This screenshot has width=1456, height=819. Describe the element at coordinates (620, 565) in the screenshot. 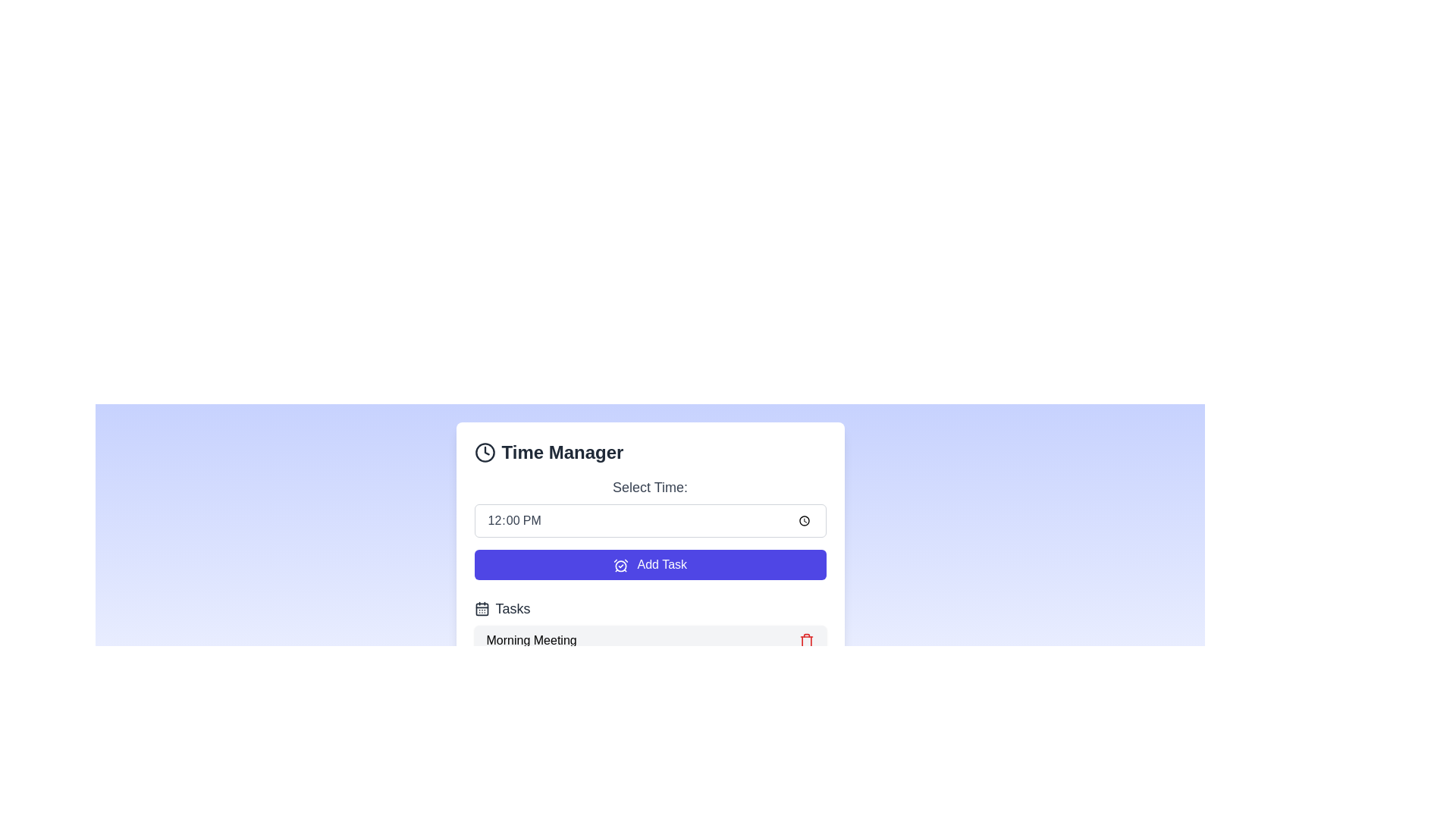

I see `the small alarm clock icon with a check mark inside, which is located to the left of the 'Add Task' text` at that location.